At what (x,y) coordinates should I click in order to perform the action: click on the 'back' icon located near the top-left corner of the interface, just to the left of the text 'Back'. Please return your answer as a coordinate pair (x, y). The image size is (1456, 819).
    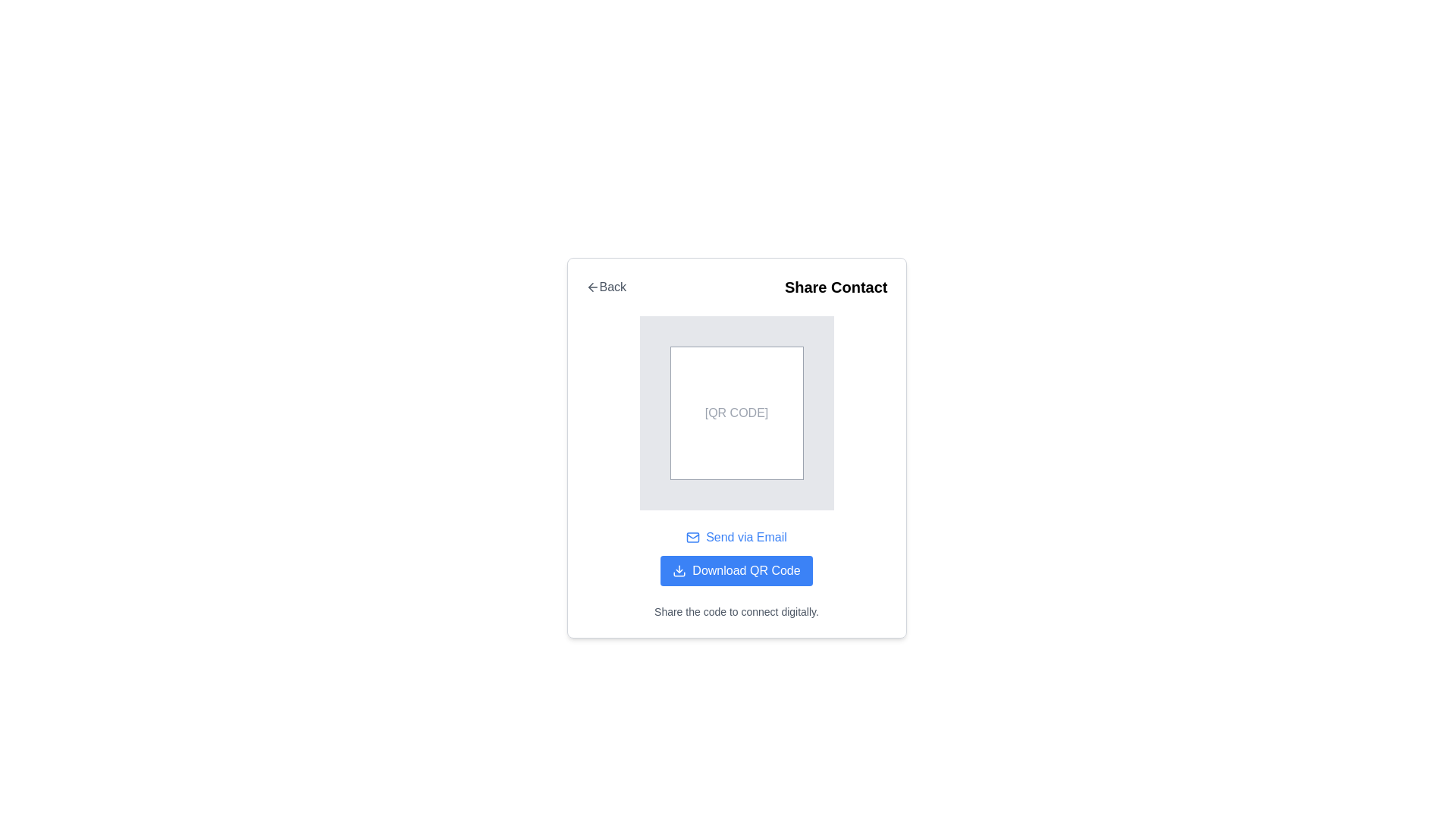
    Looking at the image, I should click on (591, 287).